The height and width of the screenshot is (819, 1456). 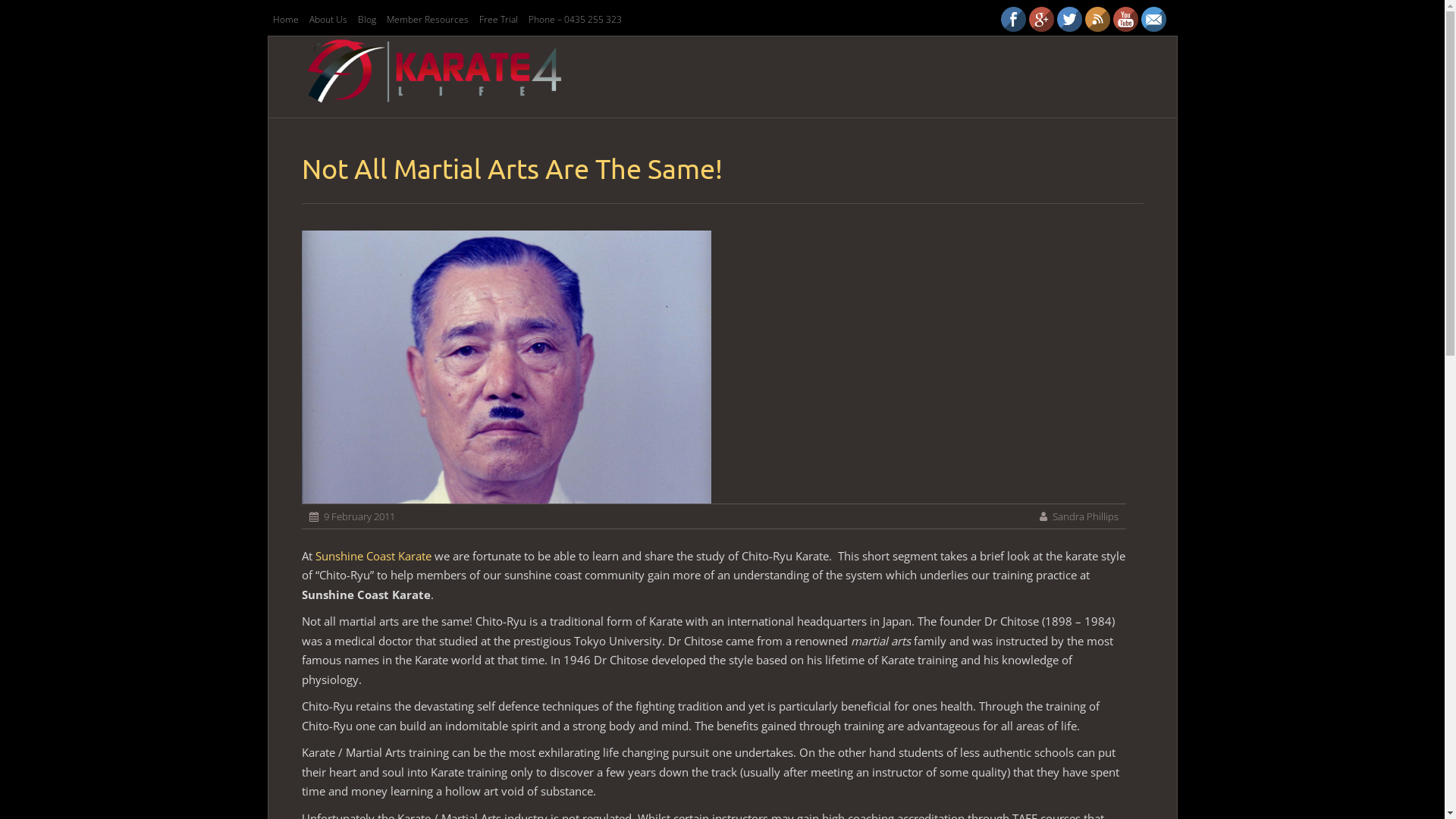 What do you see at coordinates (1040, 19) in the screenshot?
I see `'Google Plus'` at bounding box center [1040, 19].